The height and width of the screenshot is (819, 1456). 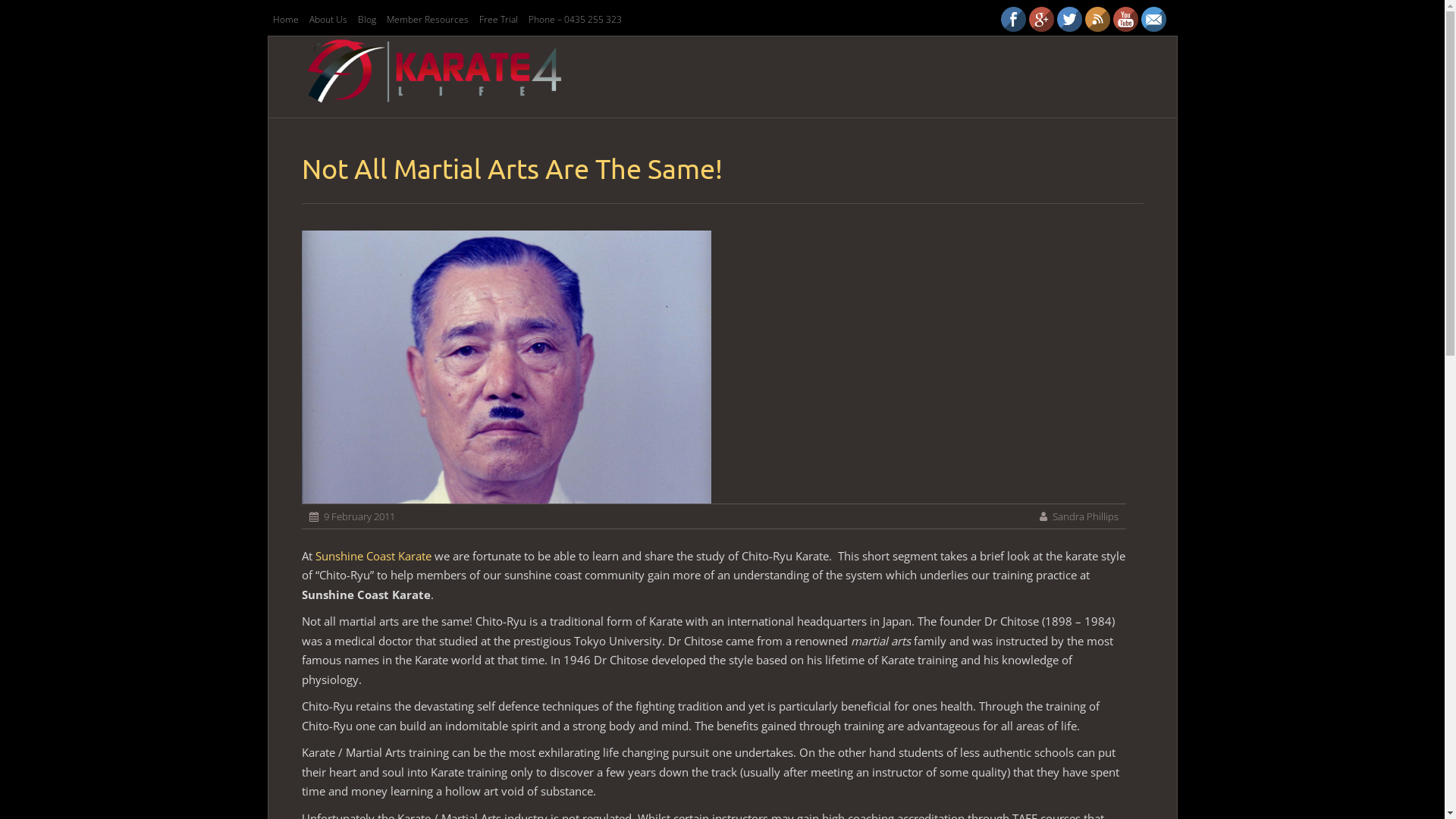 What do you see at coordinates (1040, 19) in the screenshot?
I see `'Google Plus'` at bounding box center [1040, 19].